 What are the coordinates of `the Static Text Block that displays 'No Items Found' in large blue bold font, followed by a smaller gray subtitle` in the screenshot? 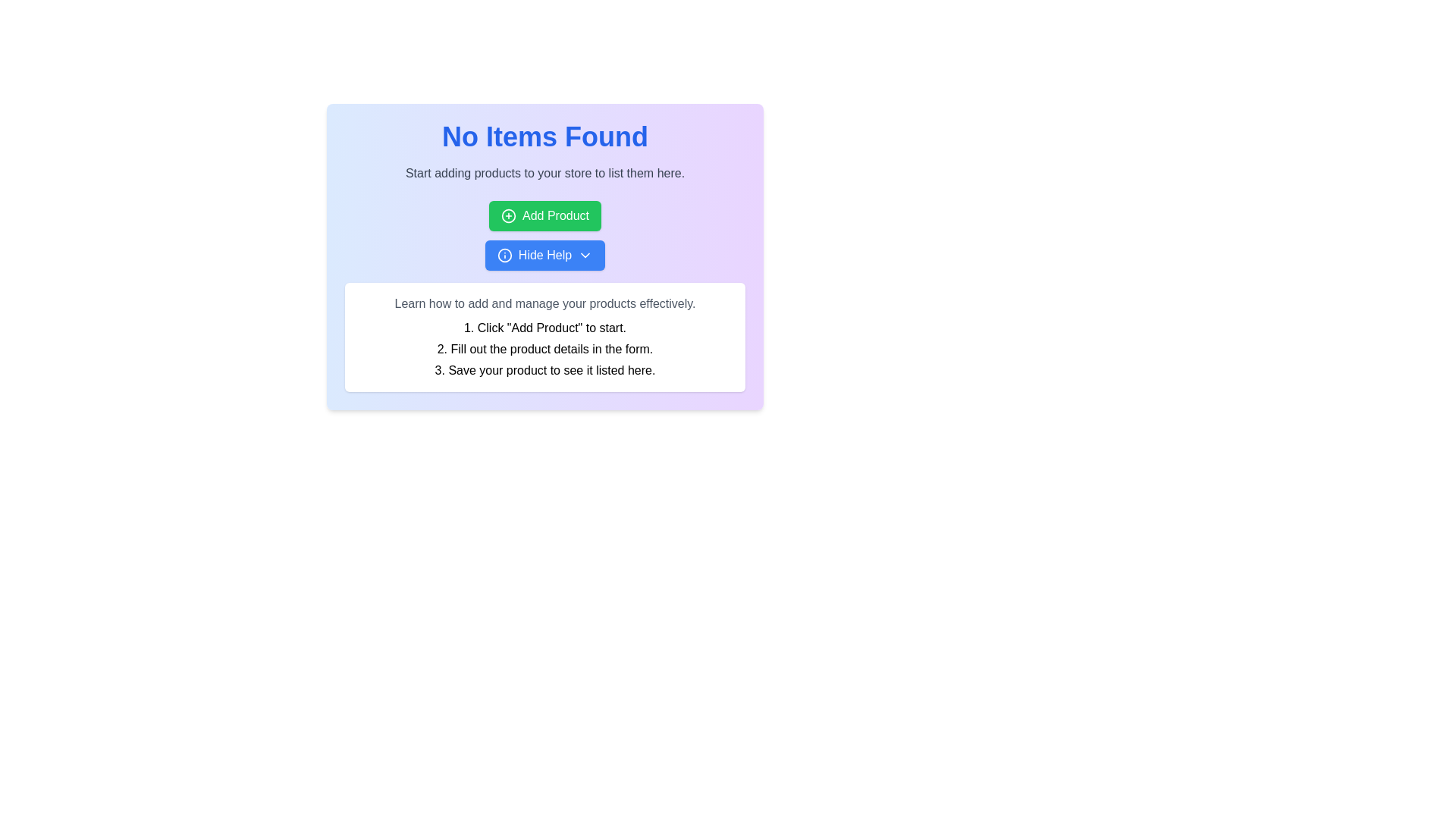 It's located at (545, 152).